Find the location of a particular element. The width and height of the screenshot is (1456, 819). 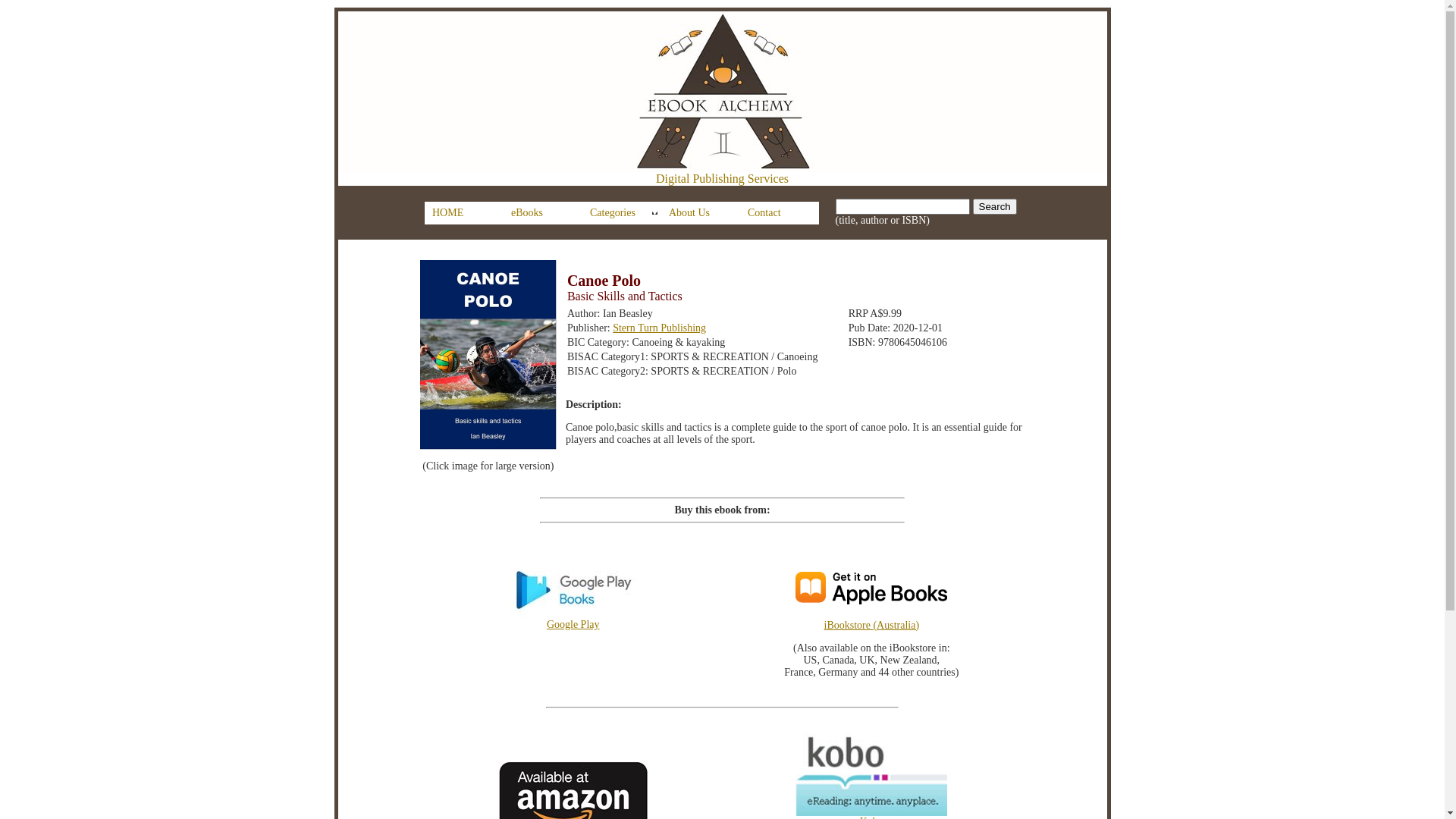

'iBookstore (Australia)' is located at coordinates (885, 637).